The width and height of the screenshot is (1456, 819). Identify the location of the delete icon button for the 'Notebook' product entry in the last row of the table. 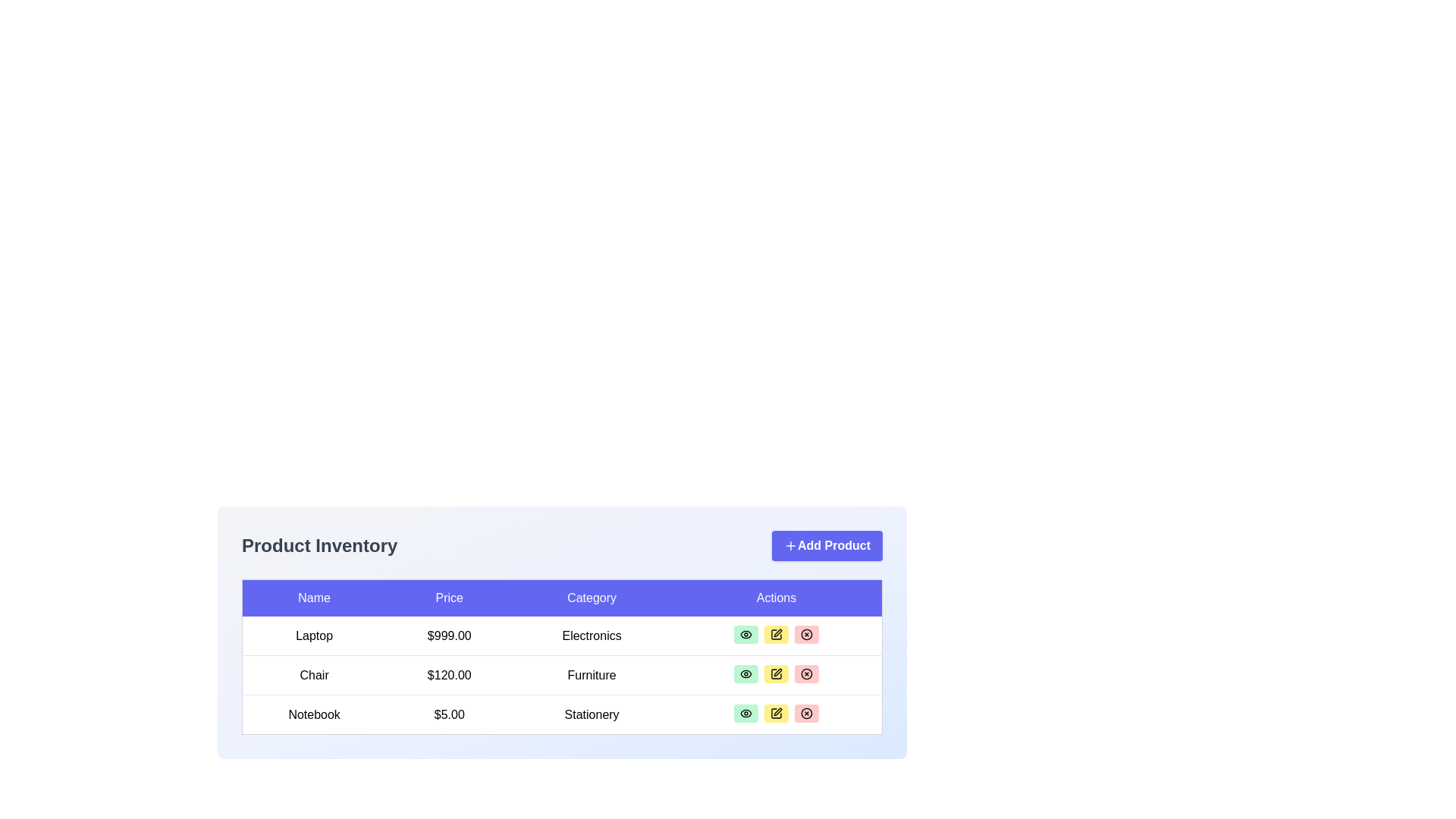
(805, 714).